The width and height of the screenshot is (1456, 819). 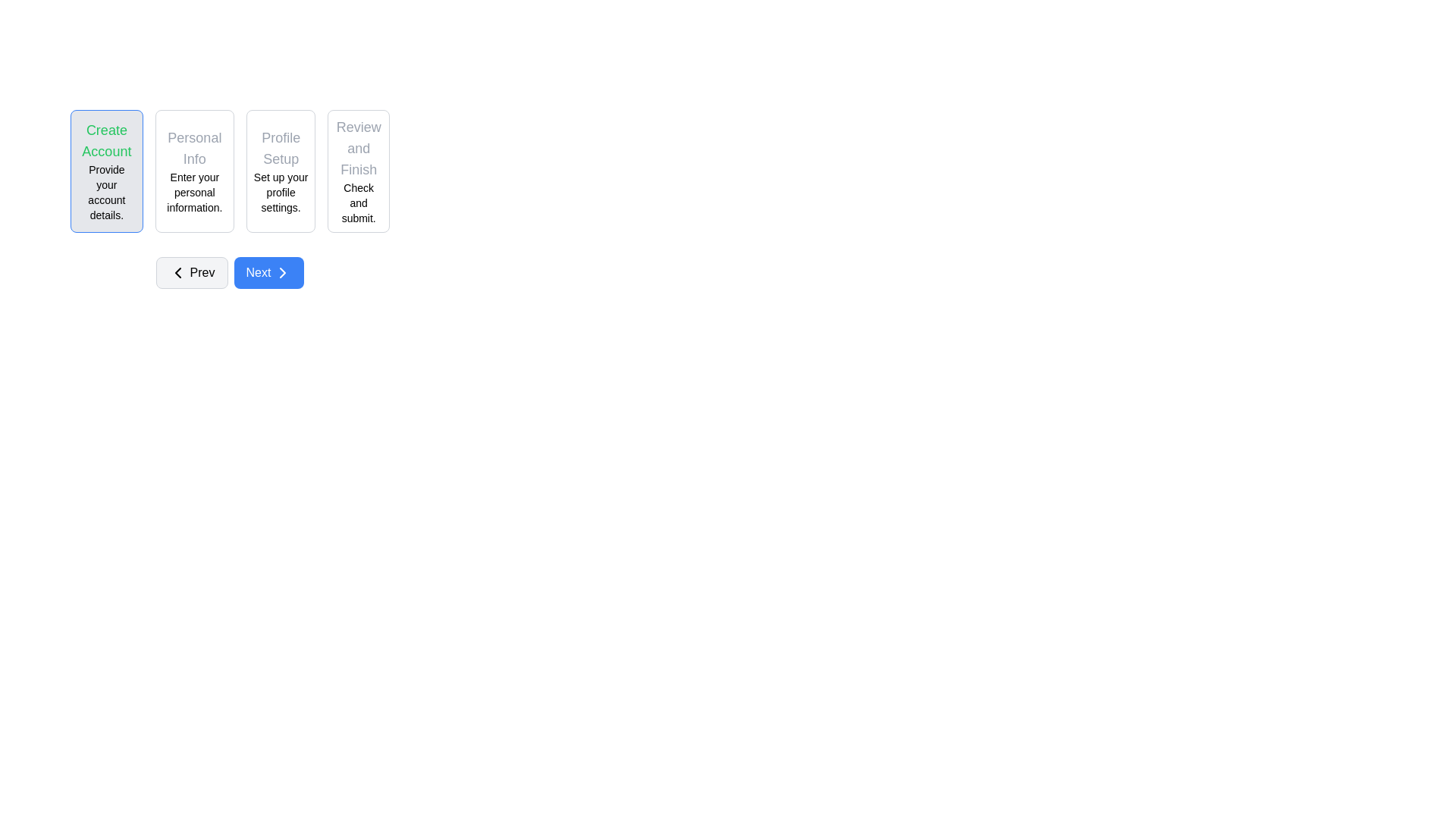 I want to click on the informational card that provides details about setting up a user profile, positioned third in a sequence of four cards, between 'Personal Info' and 'Review and Finish', so click(x=281, y=171).